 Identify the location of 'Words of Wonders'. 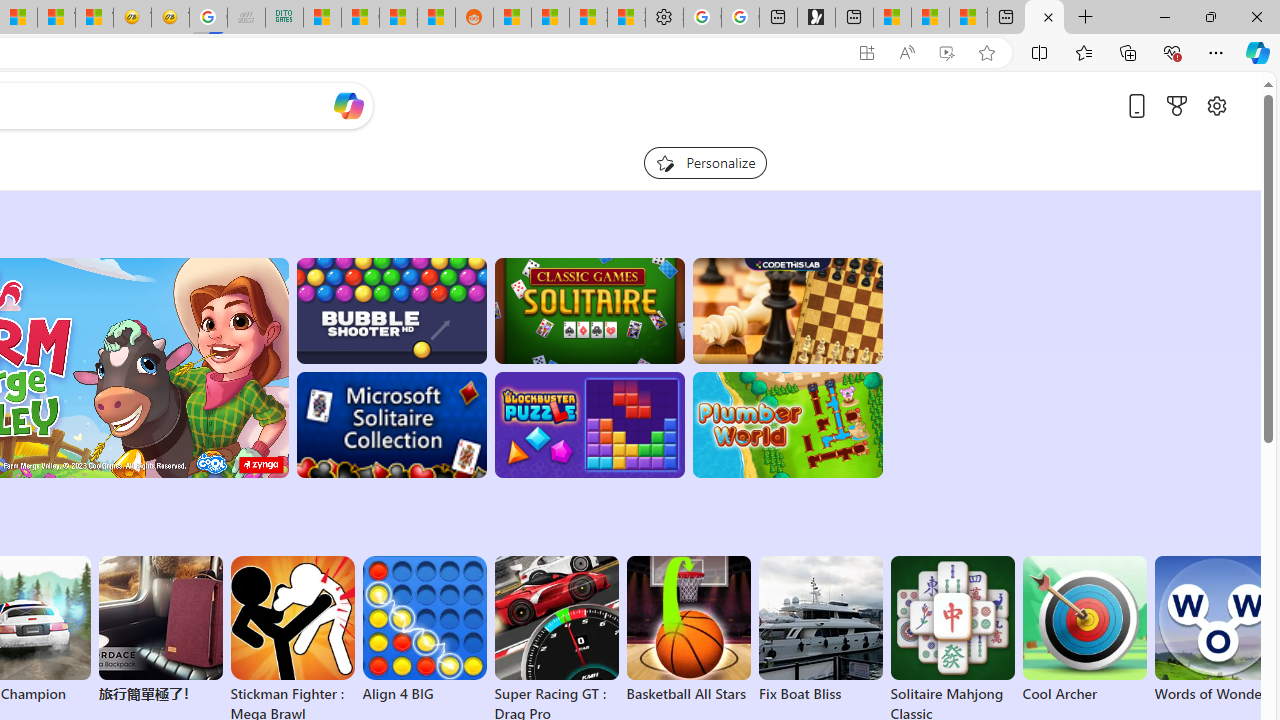
(1215, 630).